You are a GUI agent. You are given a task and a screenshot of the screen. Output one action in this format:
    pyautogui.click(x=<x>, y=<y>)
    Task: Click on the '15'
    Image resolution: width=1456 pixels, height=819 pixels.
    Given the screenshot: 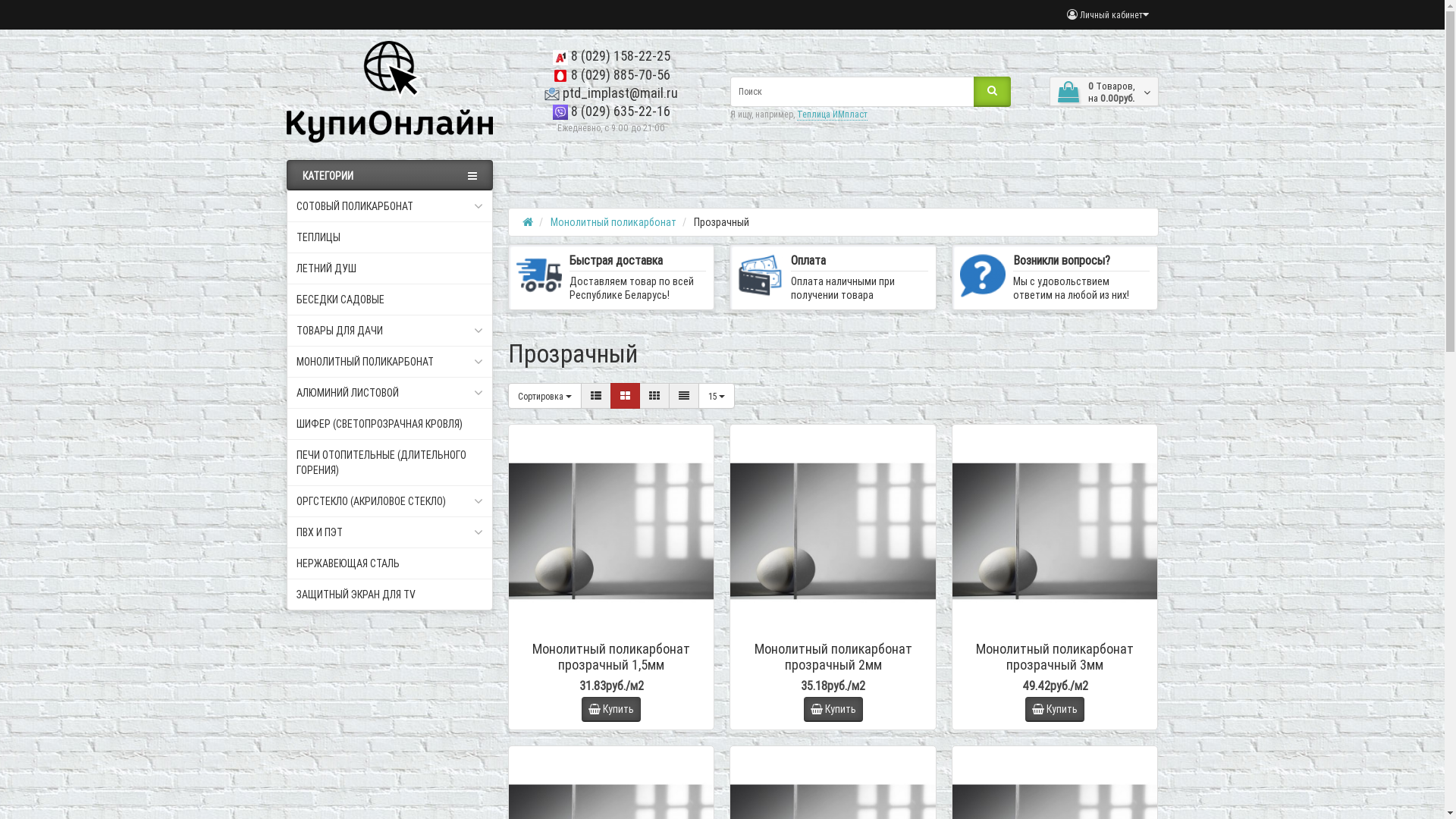 What is the action you would take?
    pyautogui.click(x=698, y=394)
    